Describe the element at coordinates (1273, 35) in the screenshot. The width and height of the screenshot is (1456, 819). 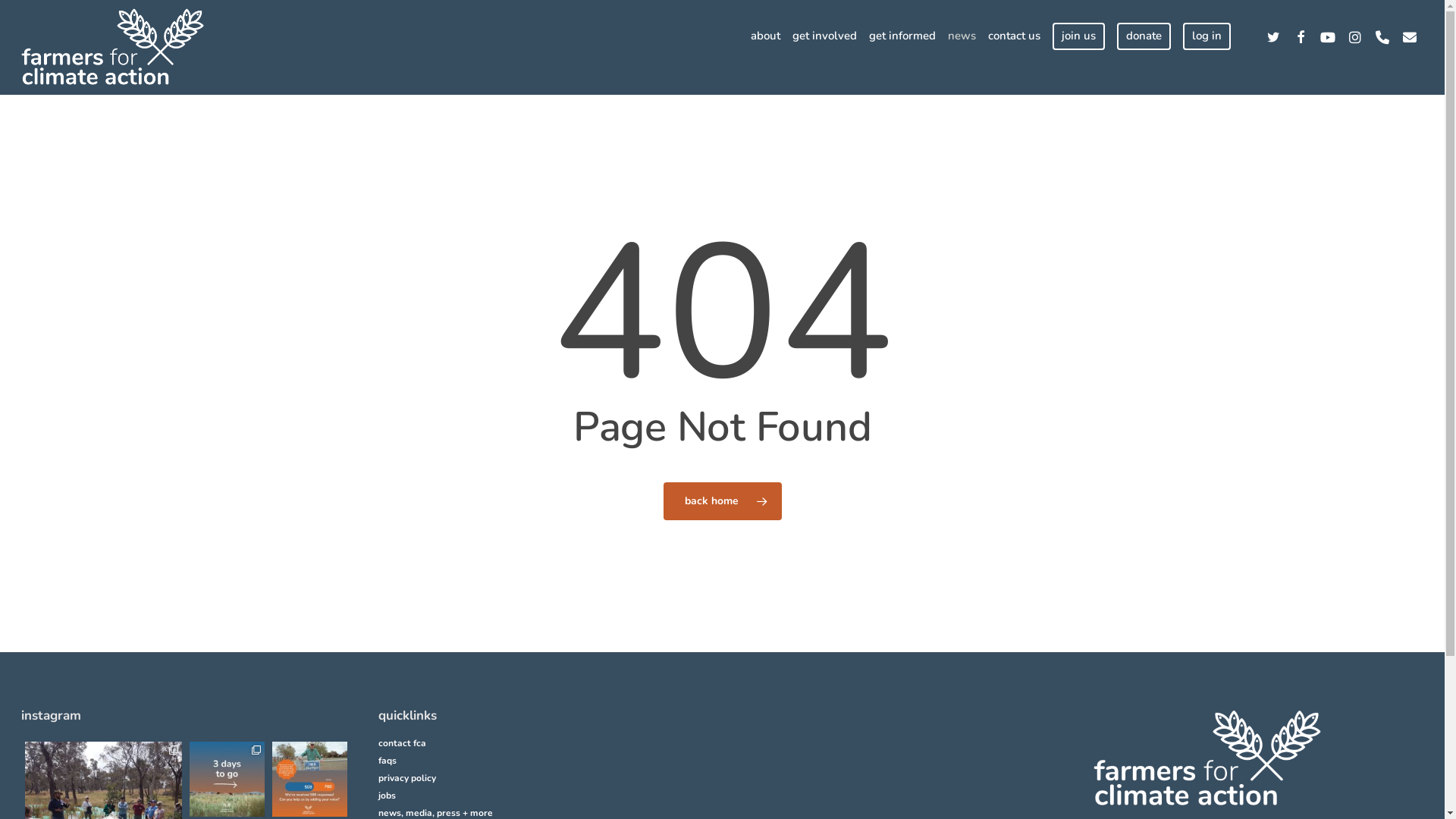
I see `'twitter'` at that location.